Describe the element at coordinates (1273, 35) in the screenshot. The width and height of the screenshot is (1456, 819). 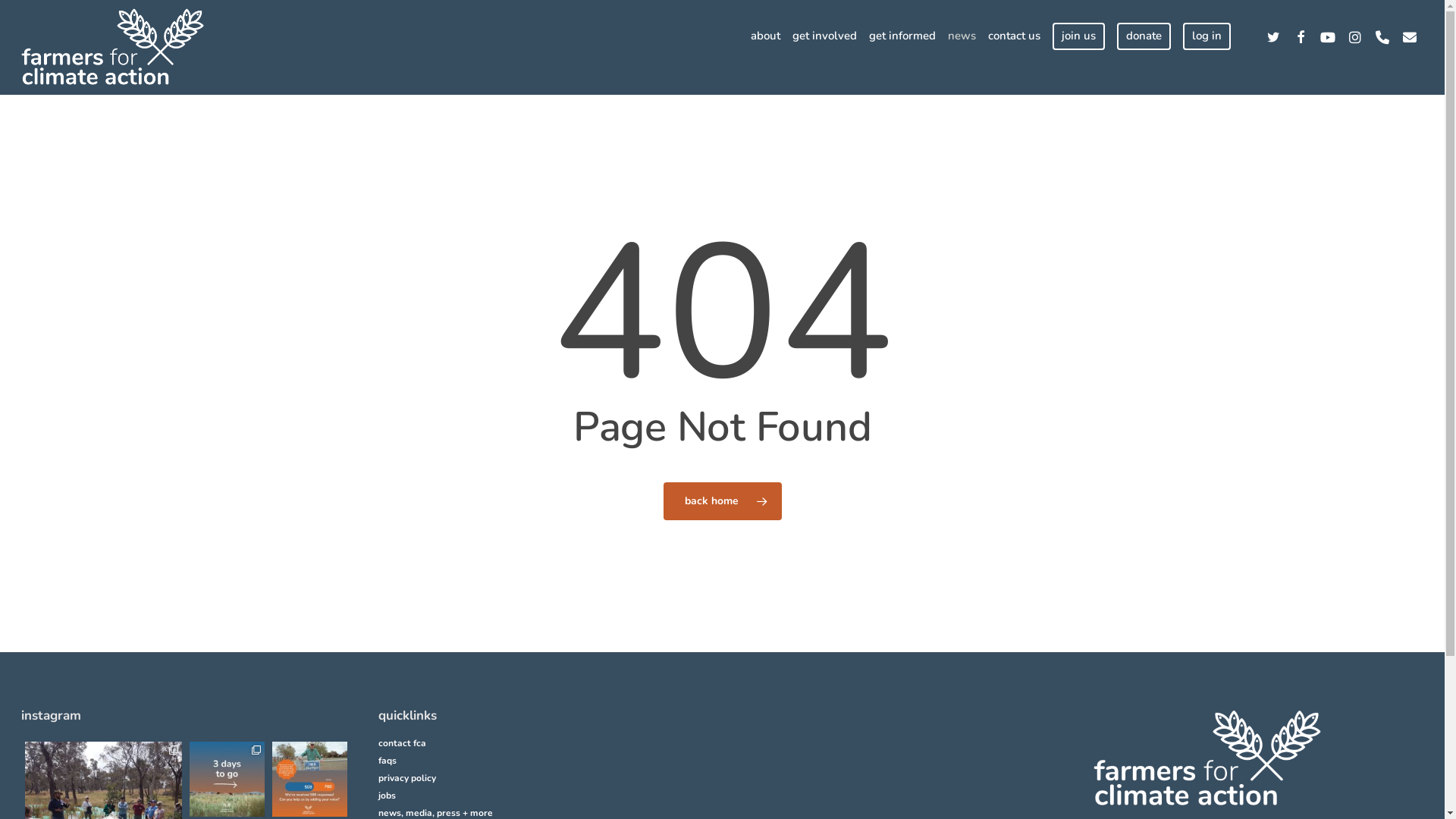
I see `'twitter'` at that location.